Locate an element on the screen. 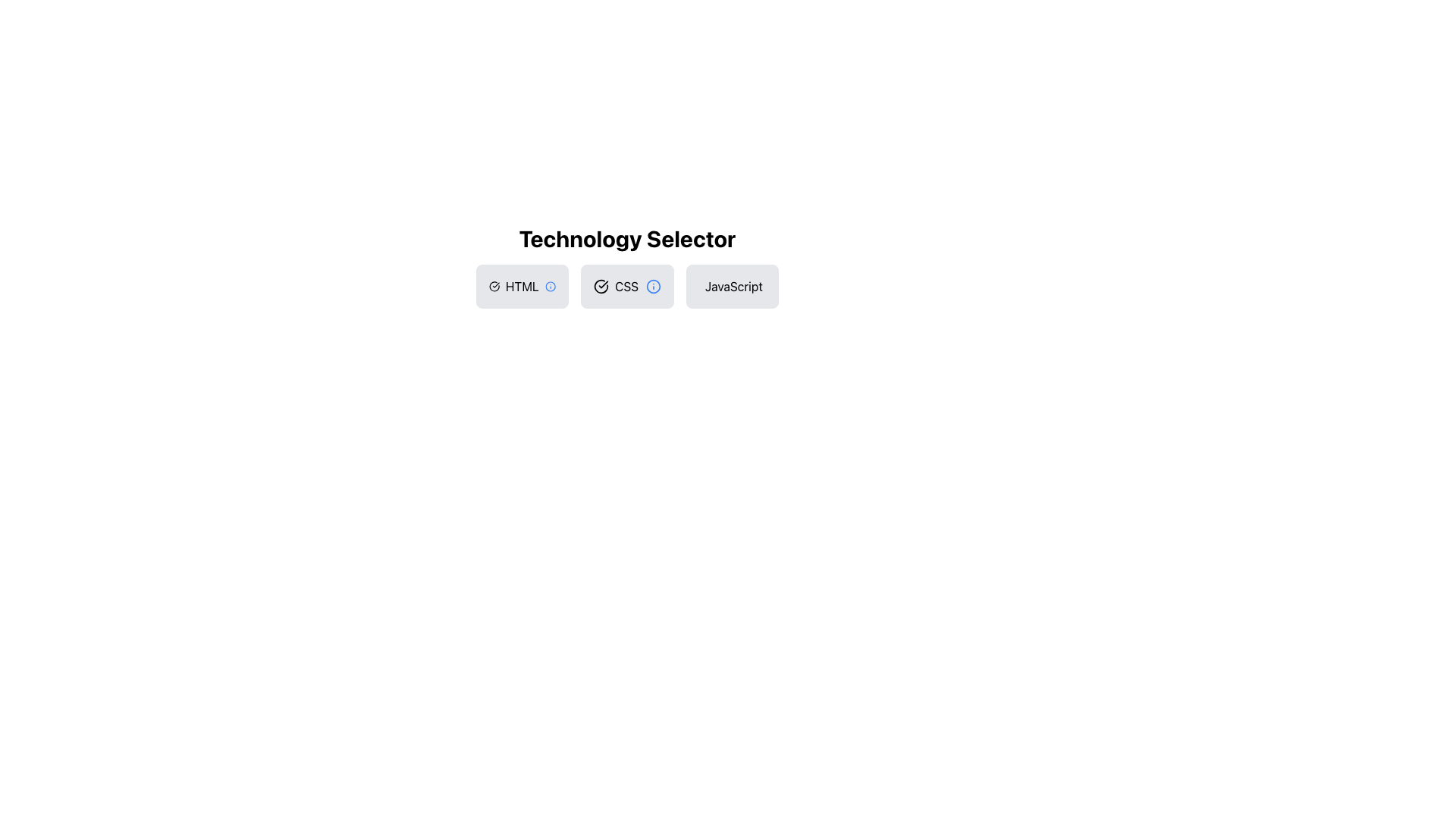  the arc segment of the SVG illustration within the second button marked 'CSS', which is part of a circular icon with a modern, minimalistic design is located at coordinates (601, 287).